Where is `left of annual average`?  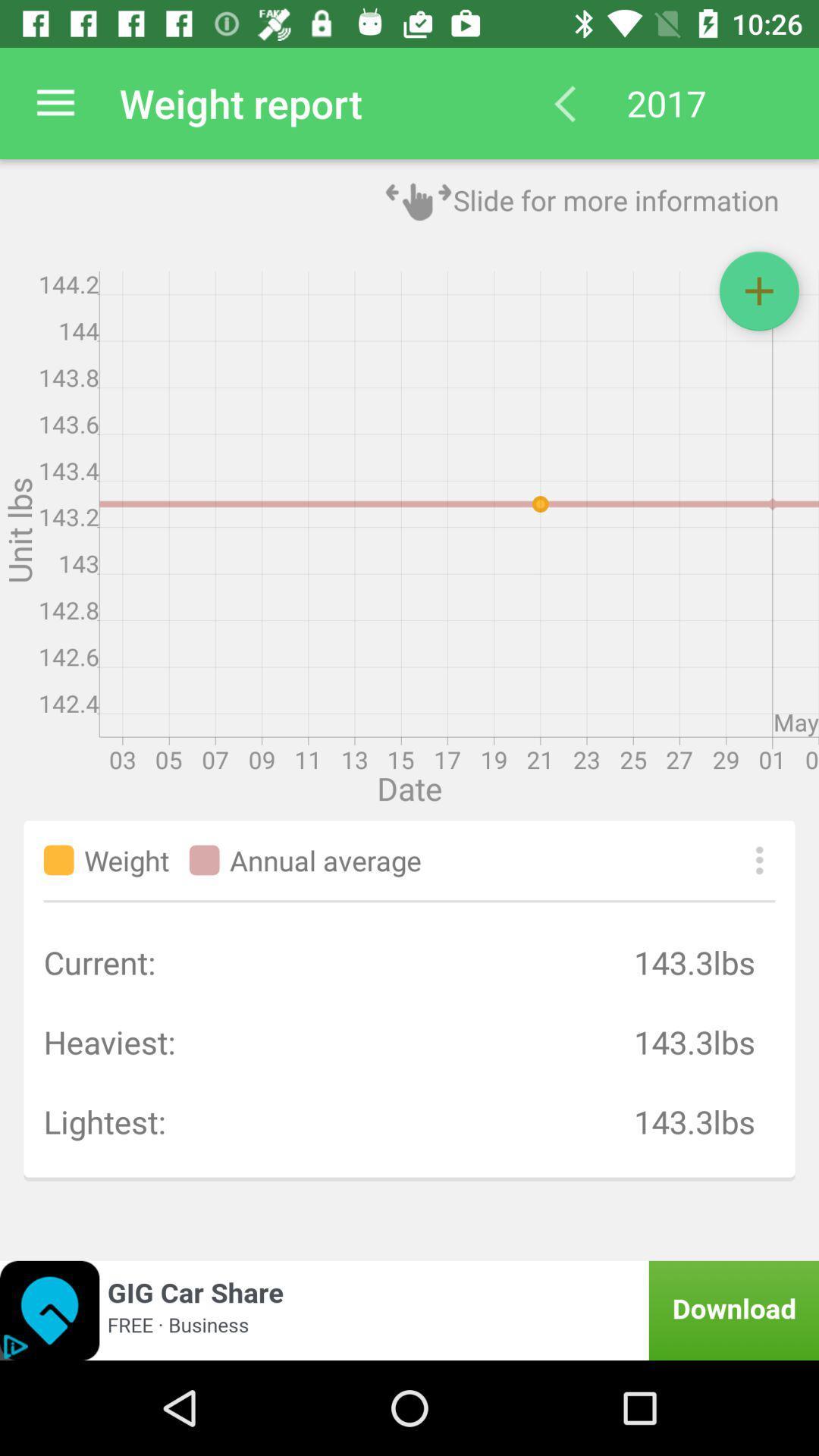
left of annual average is located at coordinates (205, 860).